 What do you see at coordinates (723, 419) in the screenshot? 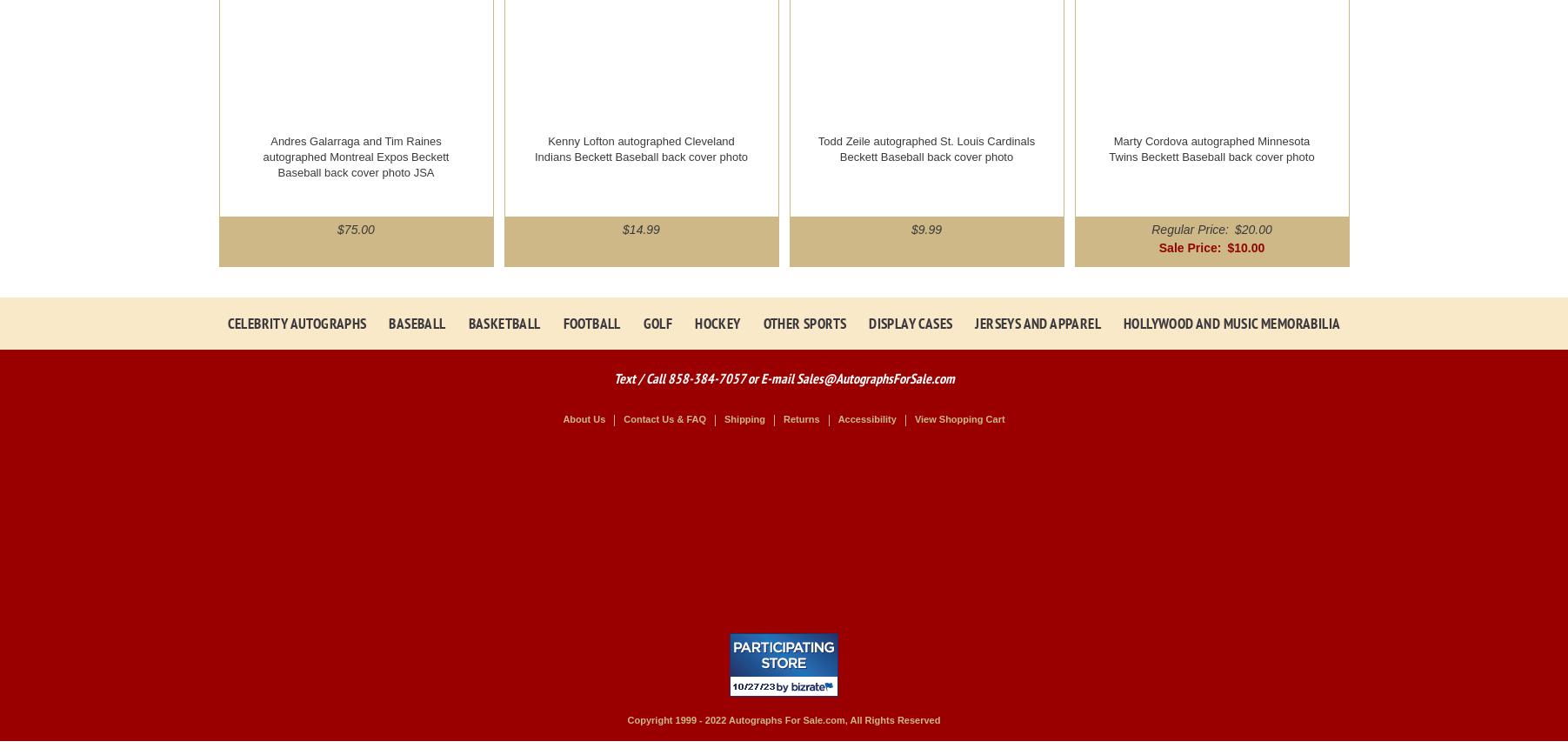
I see `'Shipping'` at bounding box center [723, 419].